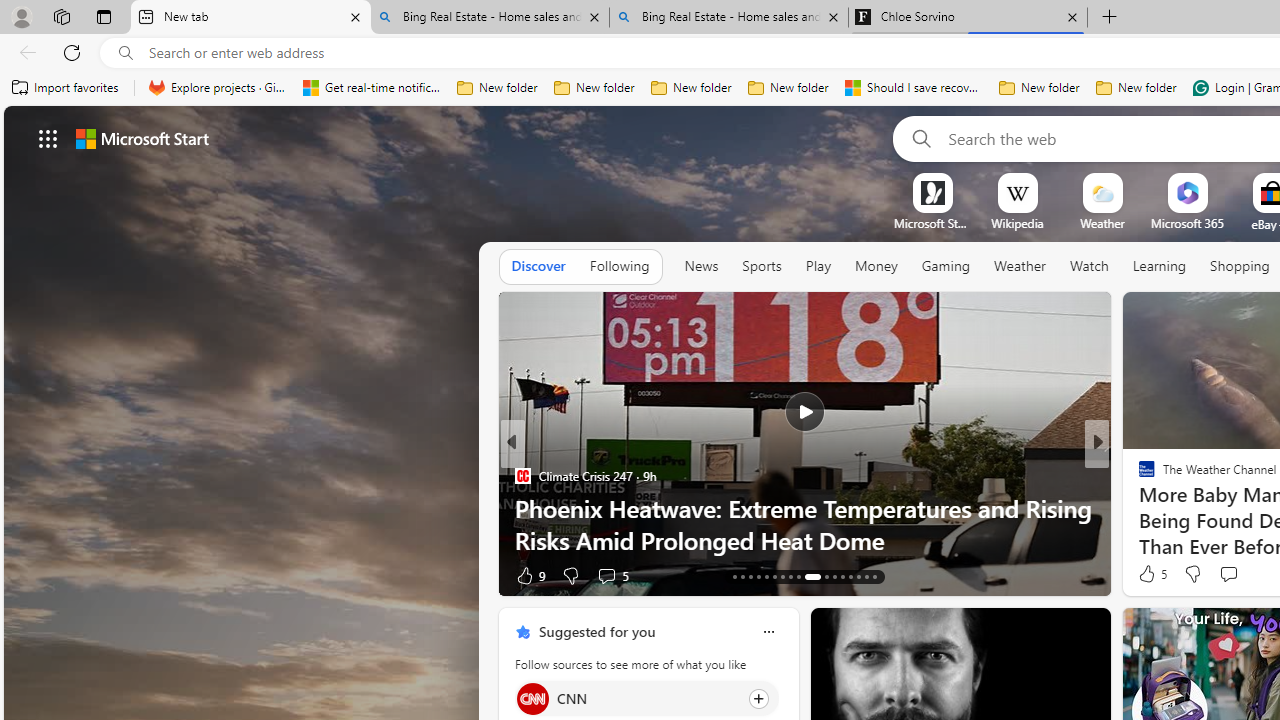 This screenshot has height=720, width=1280. Describe the element at coordinates (1152, 575) in the screenshot. I see `'151 Like'` at that location.